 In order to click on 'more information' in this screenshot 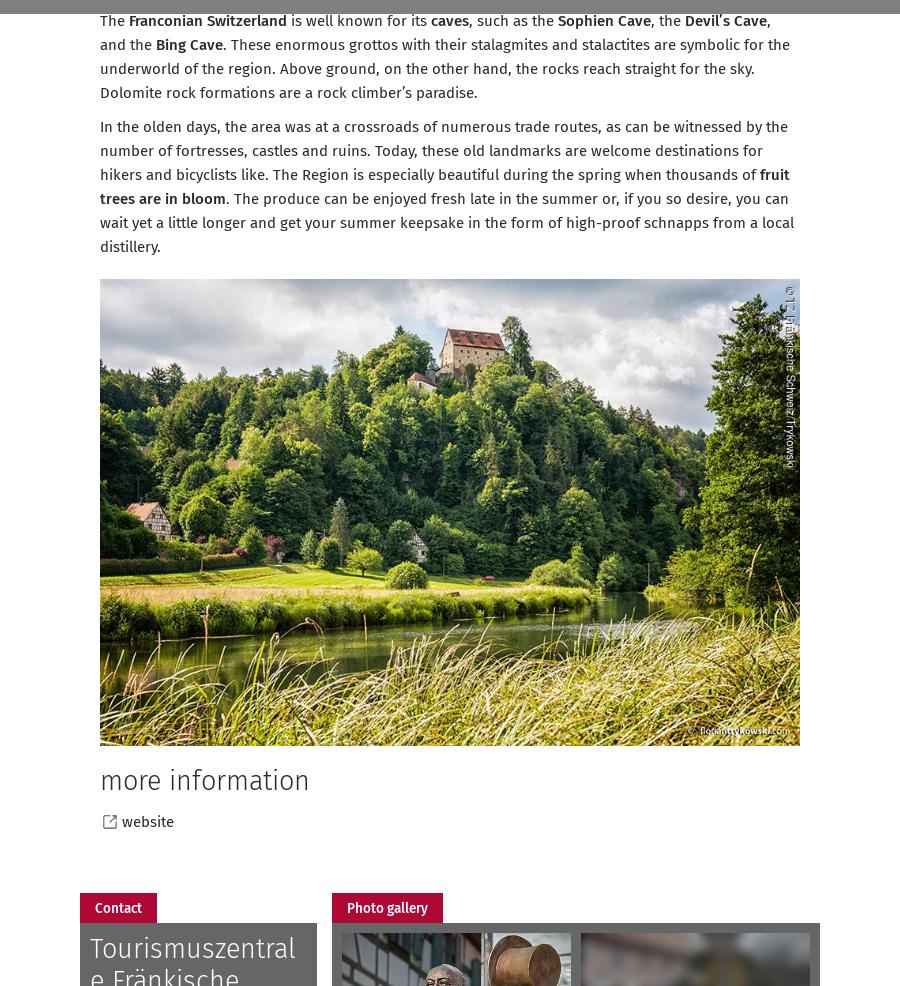, I will do `click(205, 781)`.